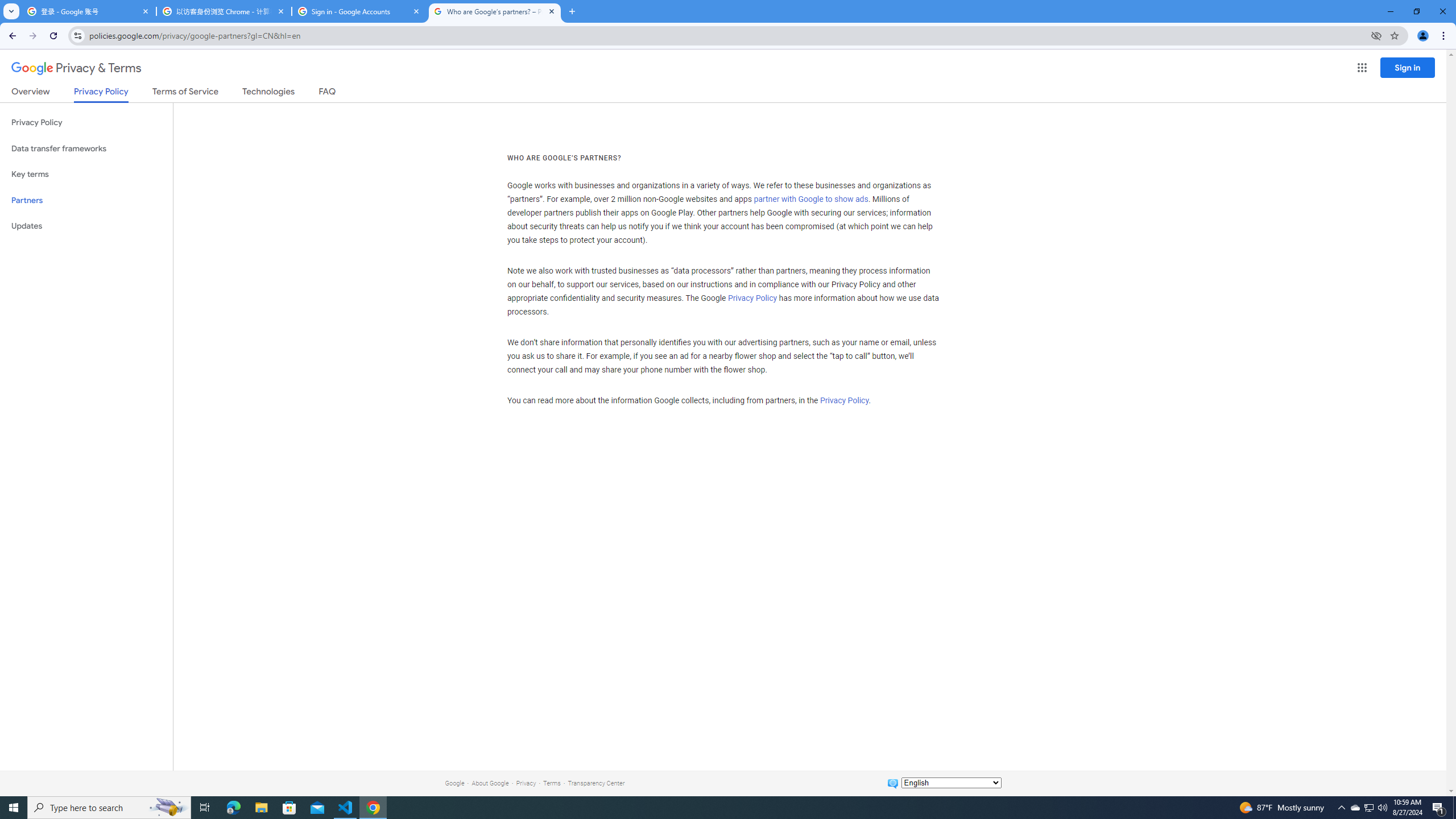 Image resolution: width=1456 pixels, height=819 pixels. I want to click on 'Transparency Center', so click(595, 783).